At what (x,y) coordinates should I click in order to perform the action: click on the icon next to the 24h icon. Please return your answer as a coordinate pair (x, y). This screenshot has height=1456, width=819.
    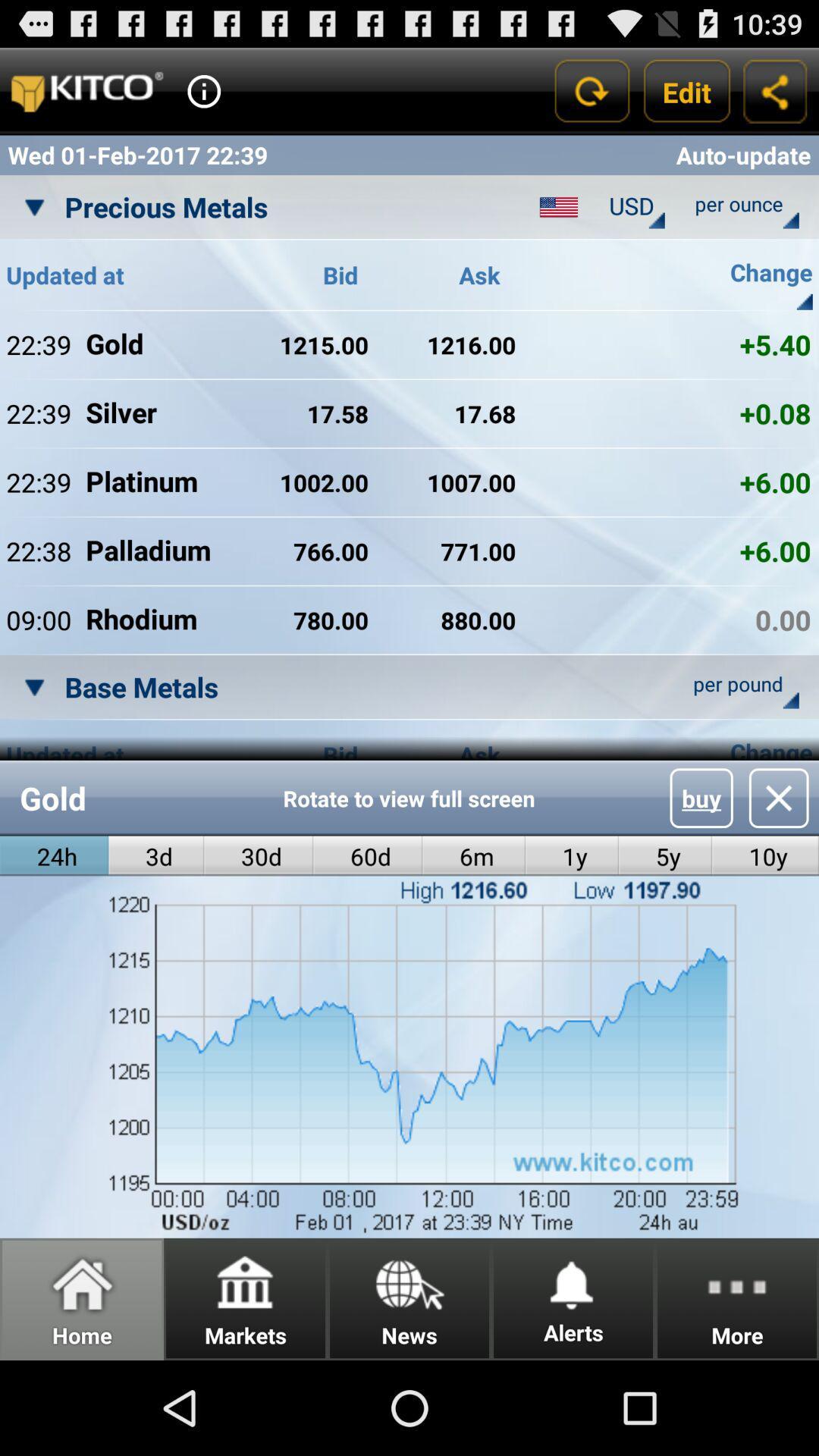
    Looking at the image, I should click on (156, 856).